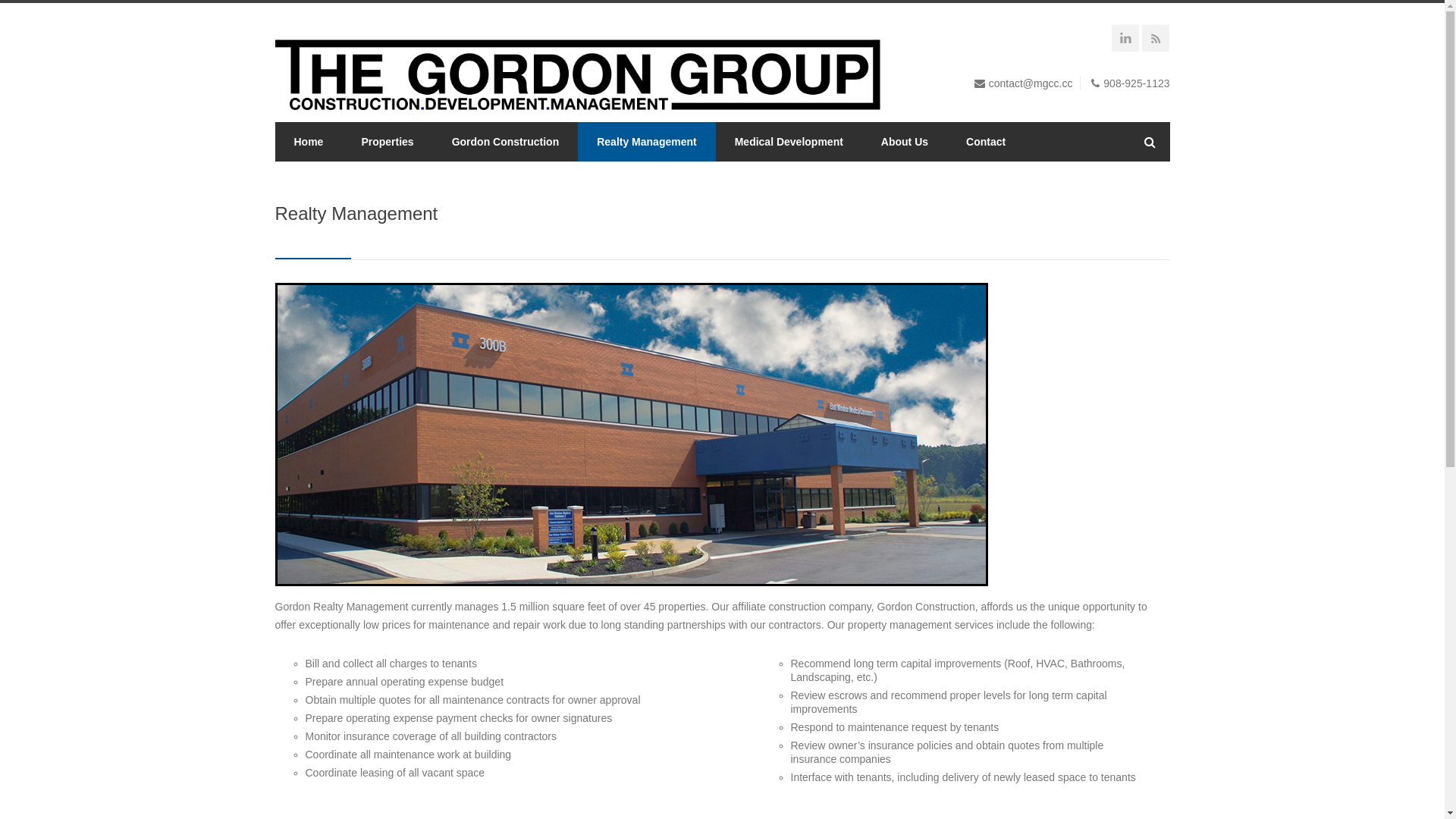 This screenshot has height=819, width=1456. What do you see at coordinates (905, 141) in the screenshot?
I see `'About Us'` at bounding box center [905, 141].